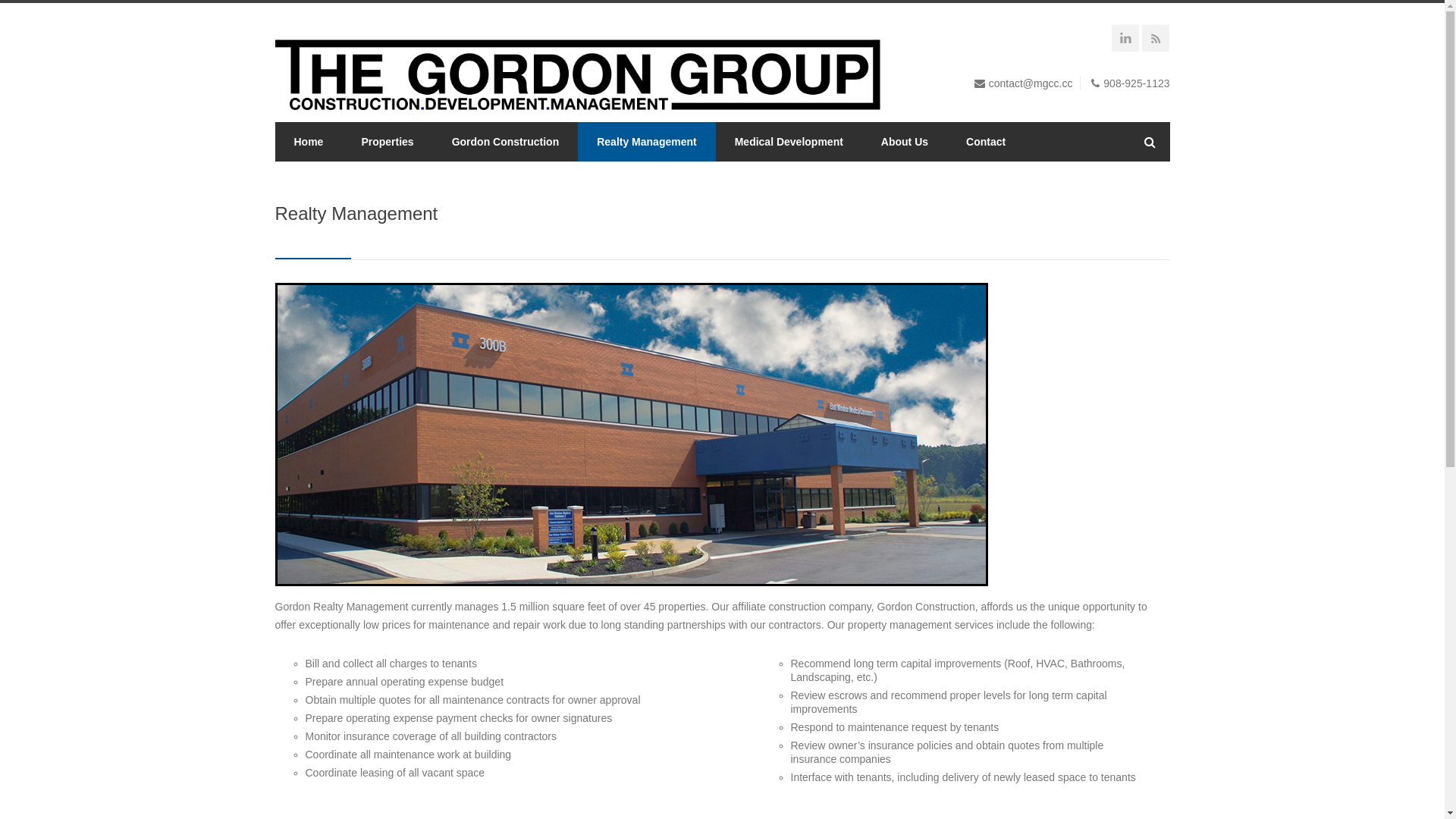 This screenshot has height=819, width=1456. What do you see at coordinates (905, 141) in the screenshot?
I see `'About Us'` at bounding box center [905, 141].